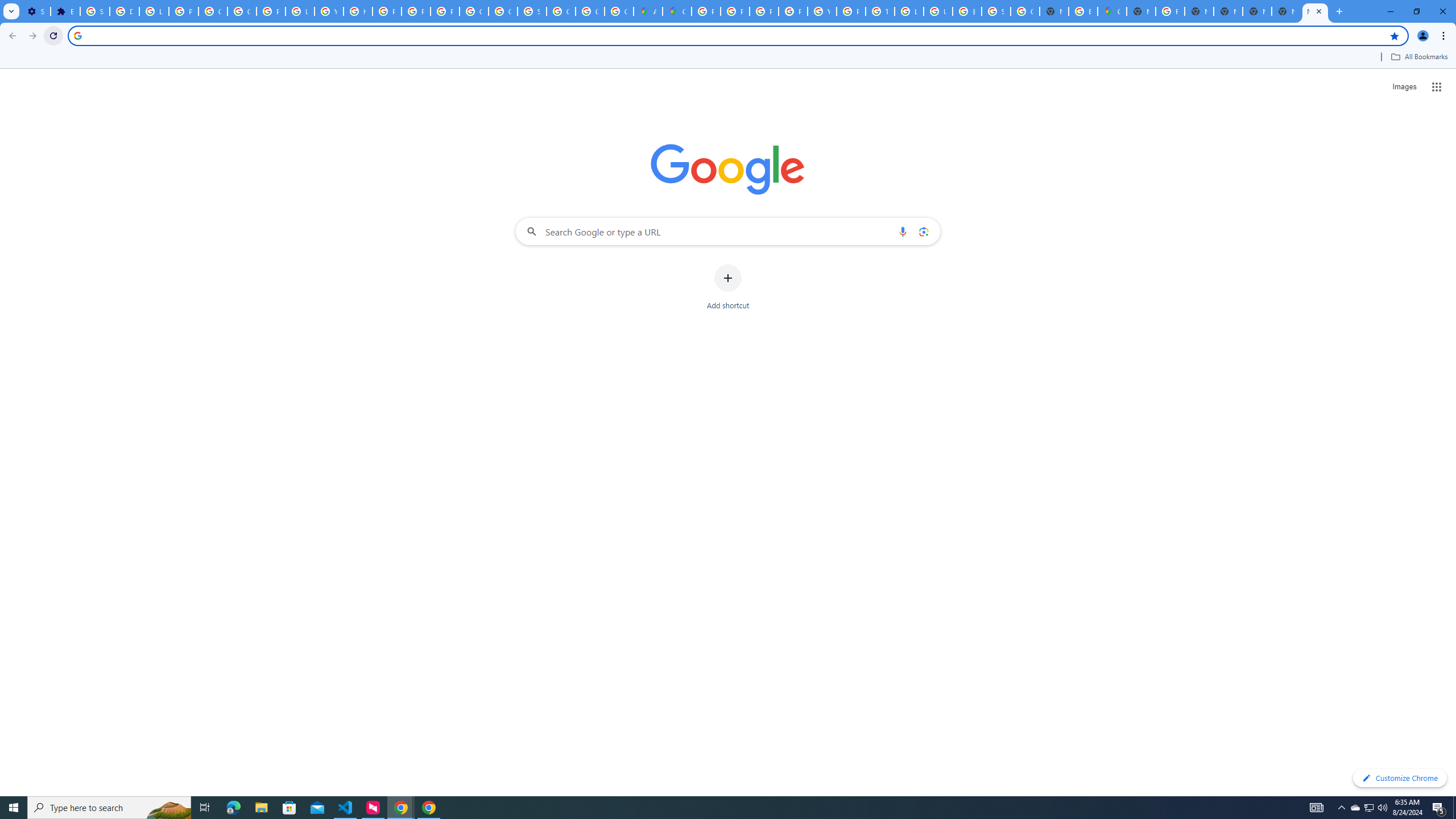 This screenshot has width=1456, height=819. Describe the element at coordinates (728, 287) in the screenshot. I see `'Add shortcut'` at that location.